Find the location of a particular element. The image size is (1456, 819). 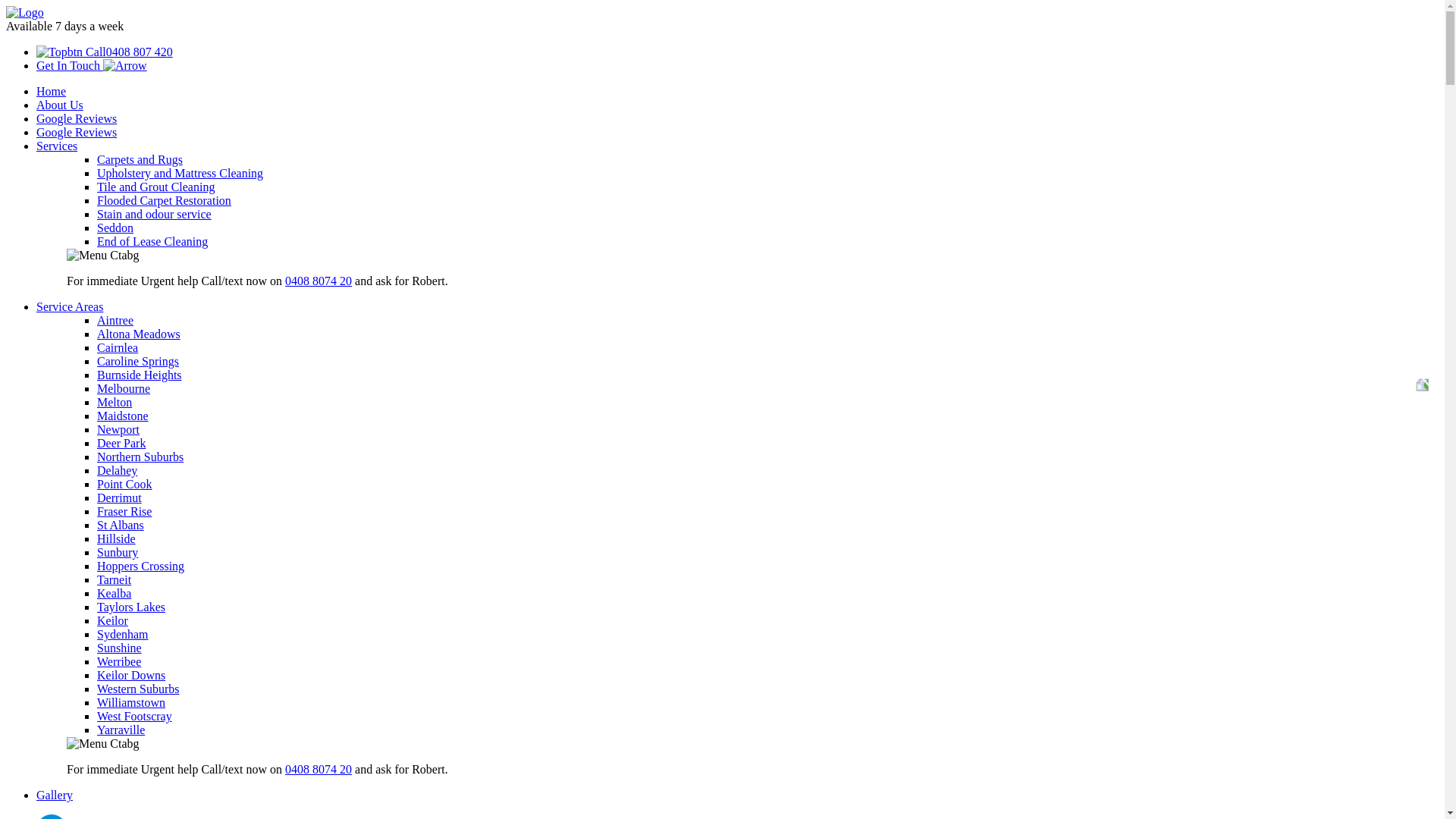

'Burnside Heights' is located at coordinates (139, 375).